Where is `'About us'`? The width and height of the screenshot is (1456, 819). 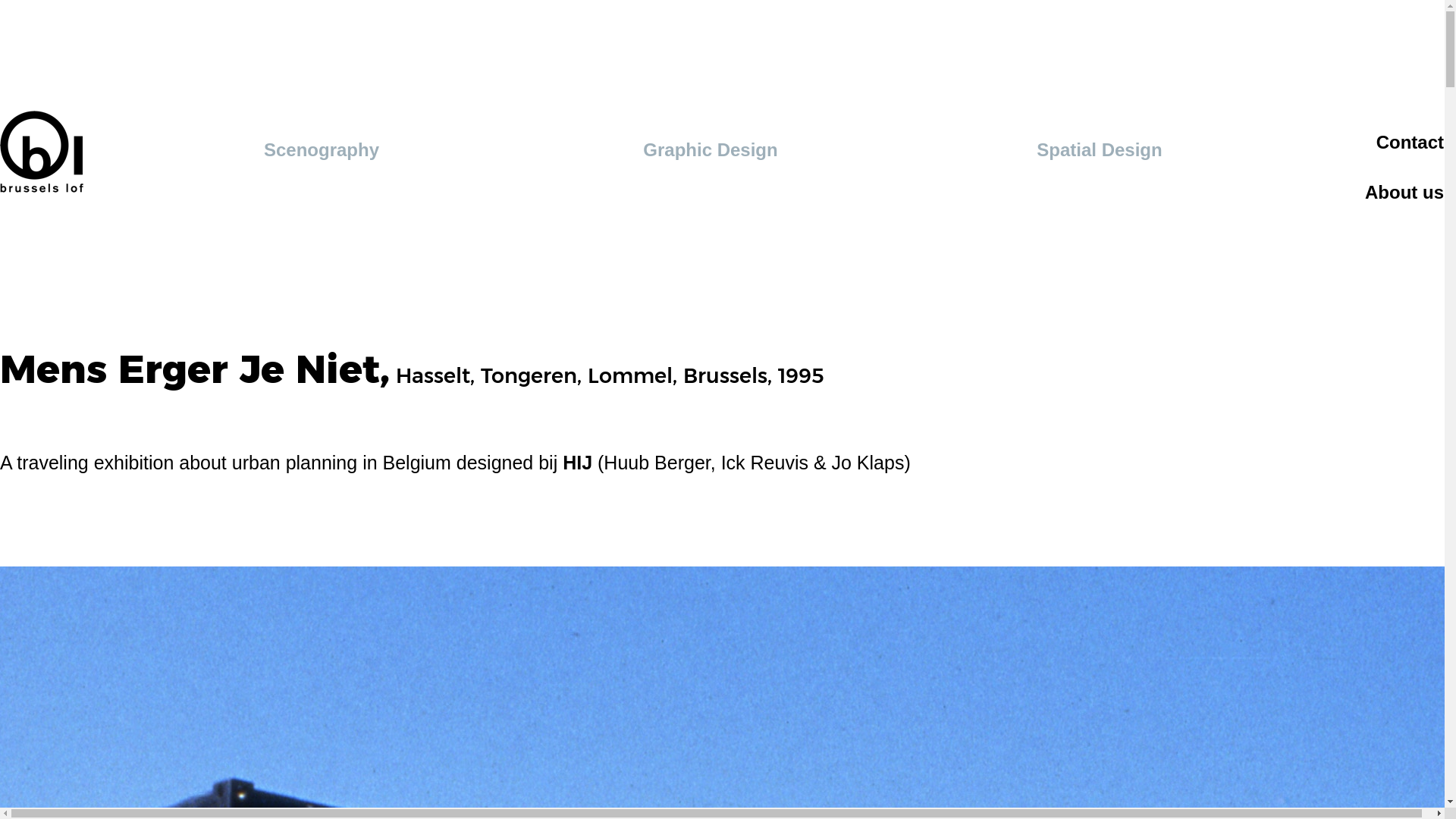
'About us' is located at coordinates (1404, 191).